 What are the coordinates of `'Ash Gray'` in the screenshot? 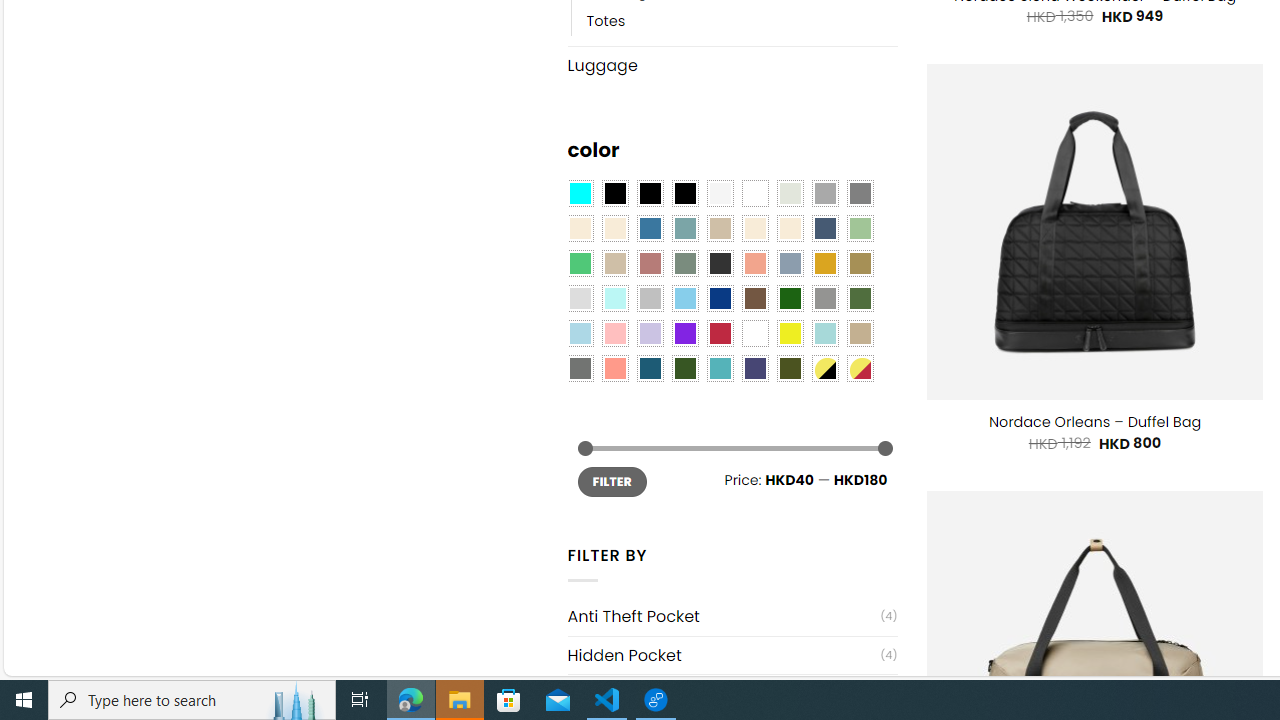 It's located at (788, 194).